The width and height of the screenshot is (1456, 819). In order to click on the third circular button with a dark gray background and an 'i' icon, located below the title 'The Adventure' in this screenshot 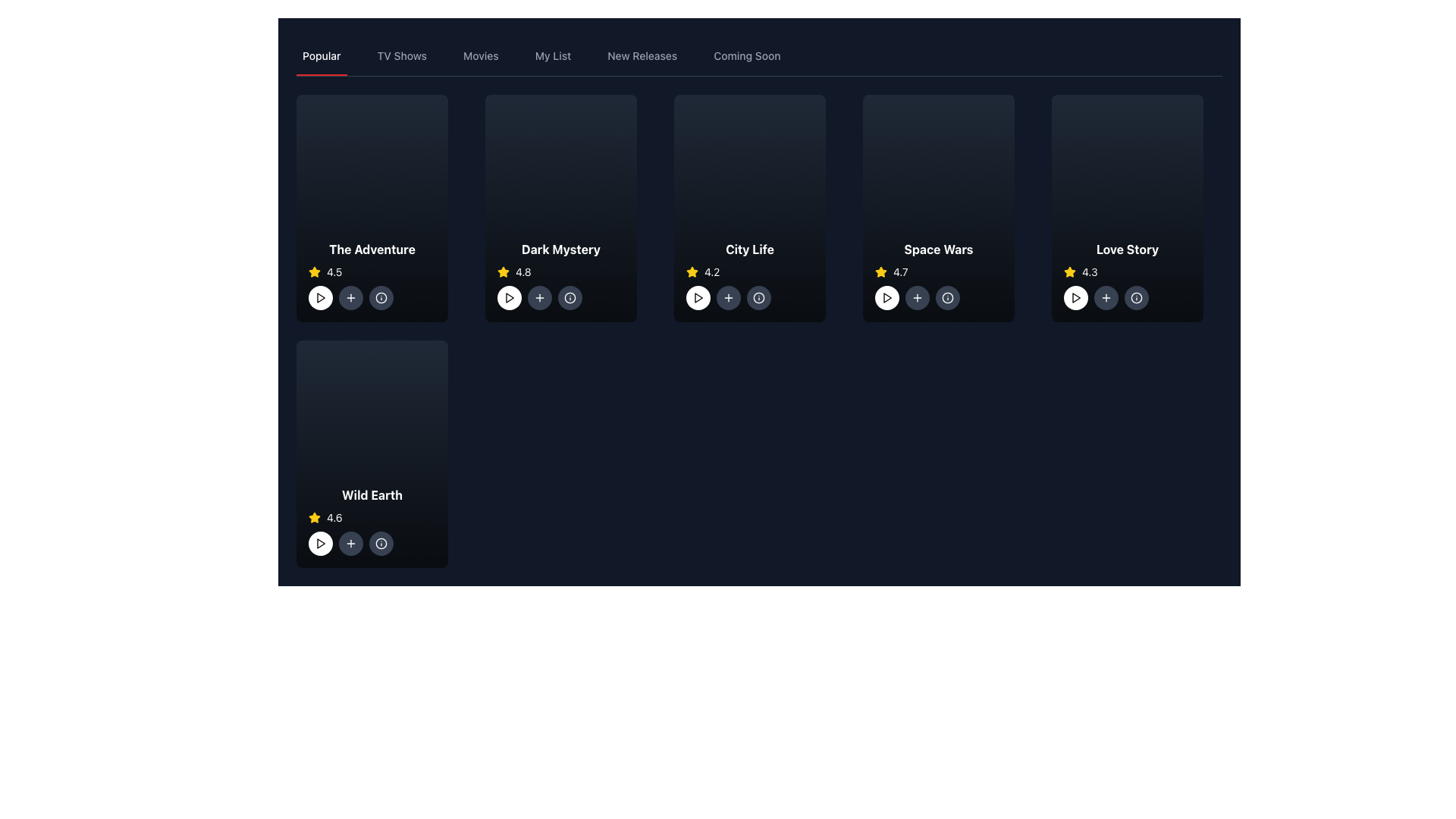, I will do `click(381, 298)`.